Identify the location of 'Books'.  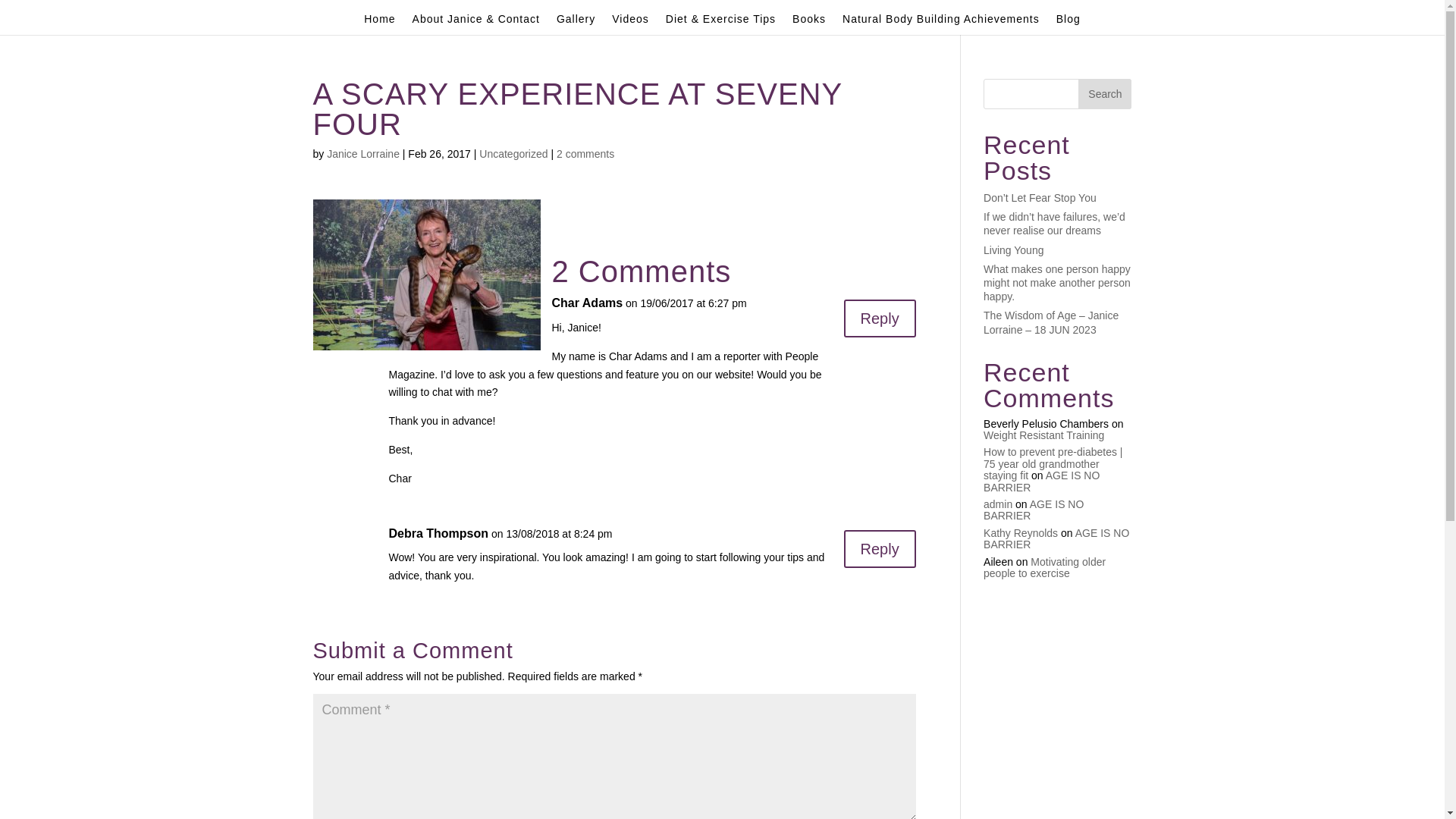
(808, 24).